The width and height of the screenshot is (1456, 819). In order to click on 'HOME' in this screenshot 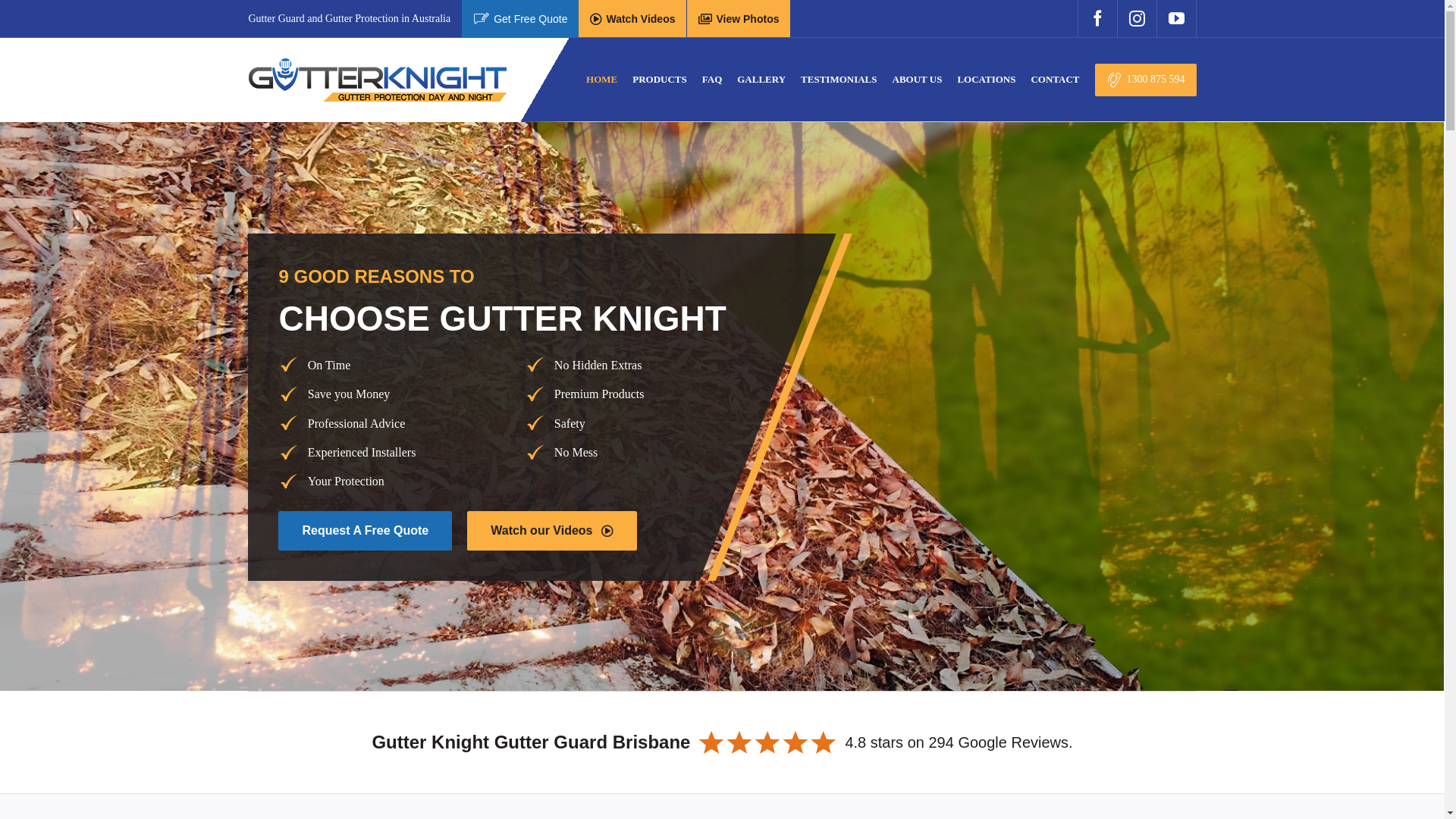, I will do `click(601, 79)`.